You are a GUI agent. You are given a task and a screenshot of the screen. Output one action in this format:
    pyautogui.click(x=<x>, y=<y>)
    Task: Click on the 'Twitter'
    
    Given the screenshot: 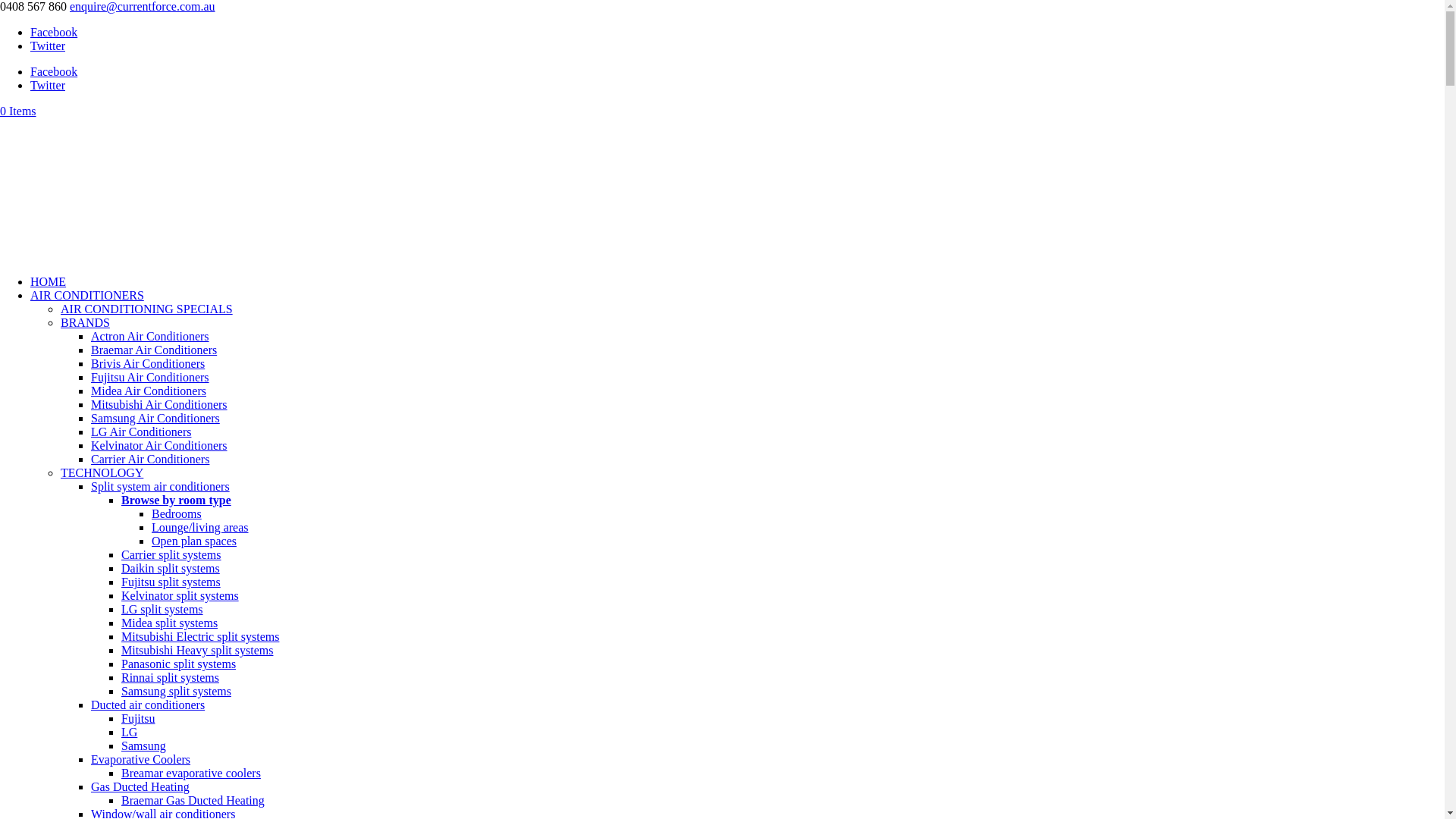 What is the action you would take?
    pyautogui.click(x=47, y=45)
    